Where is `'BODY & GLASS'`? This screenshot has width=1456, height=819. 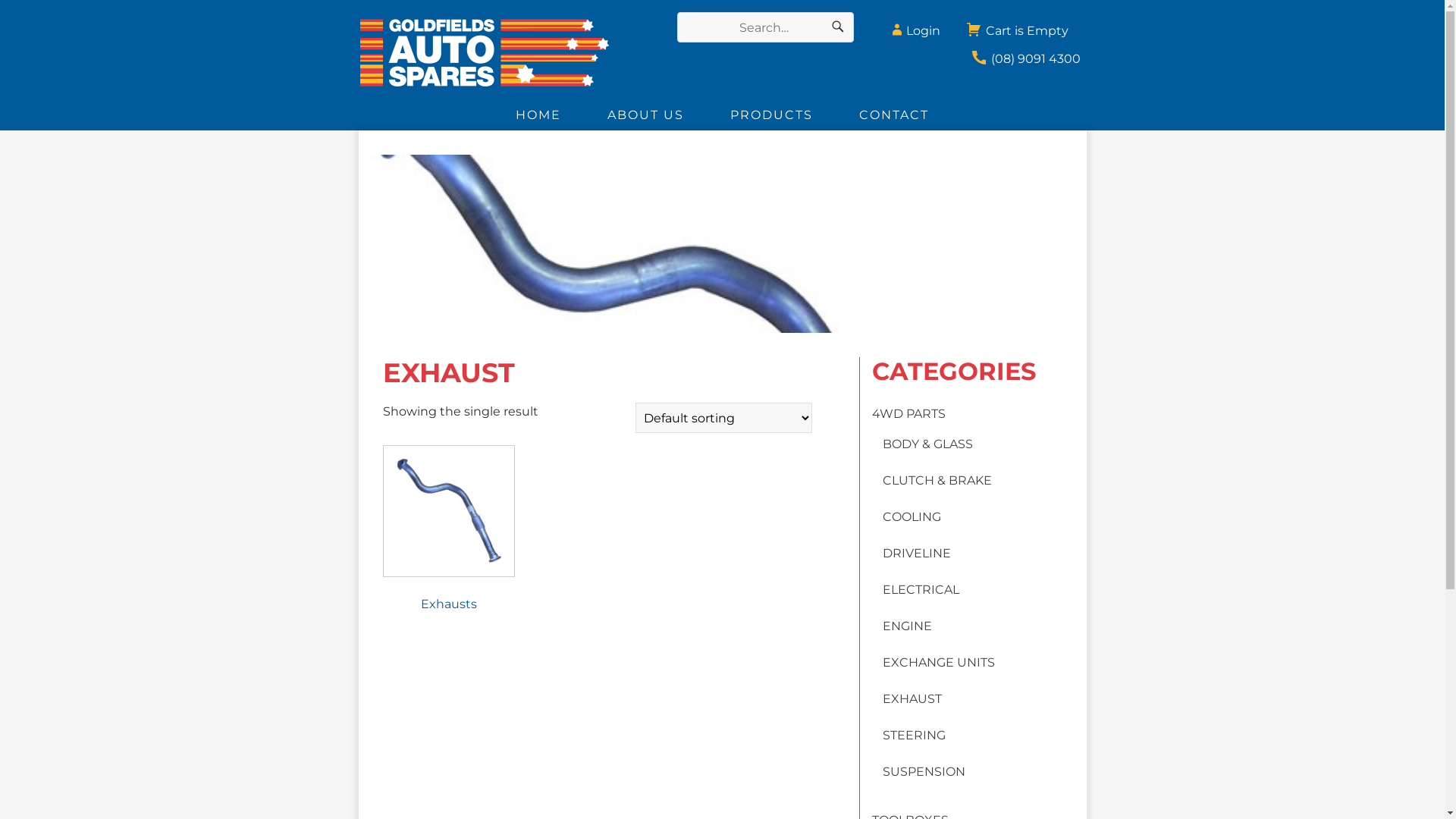
'BODY & GLASS' is located at coordinates (927, 444).